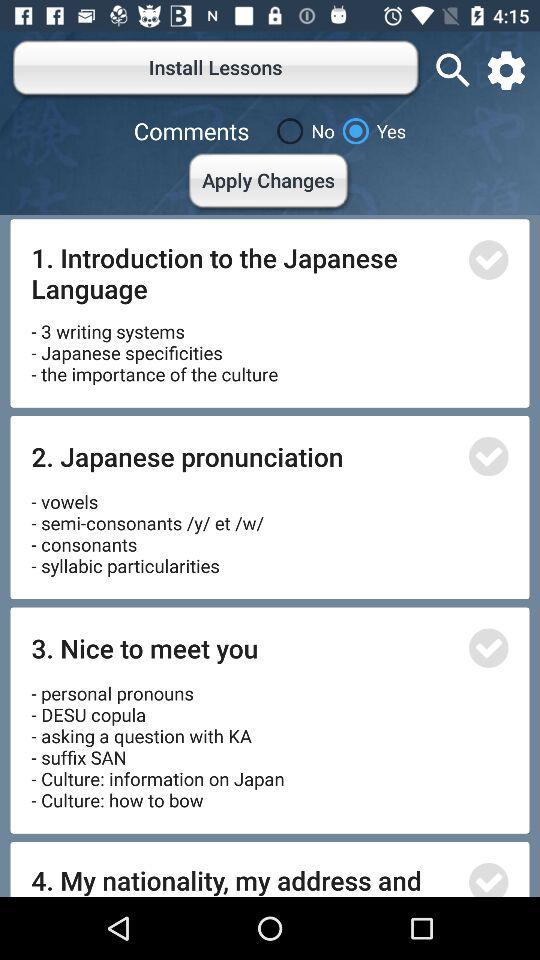  Describe the element at coordinates (487, 878) in the screenshot. I see `to select the option` at that location.